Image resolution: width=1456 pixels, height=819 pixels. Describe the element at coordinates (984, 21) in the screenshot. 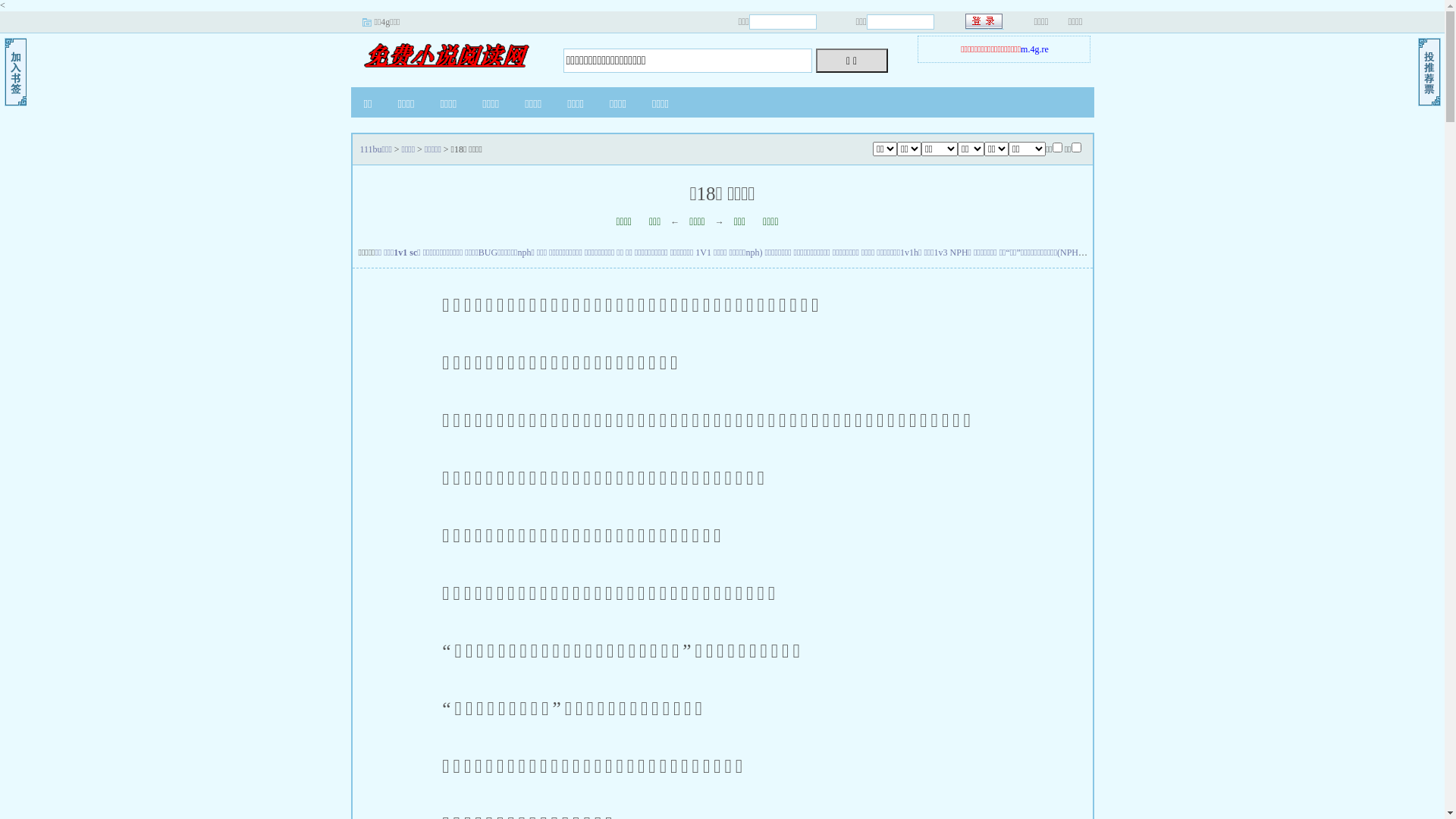

I see `' '` at that location.